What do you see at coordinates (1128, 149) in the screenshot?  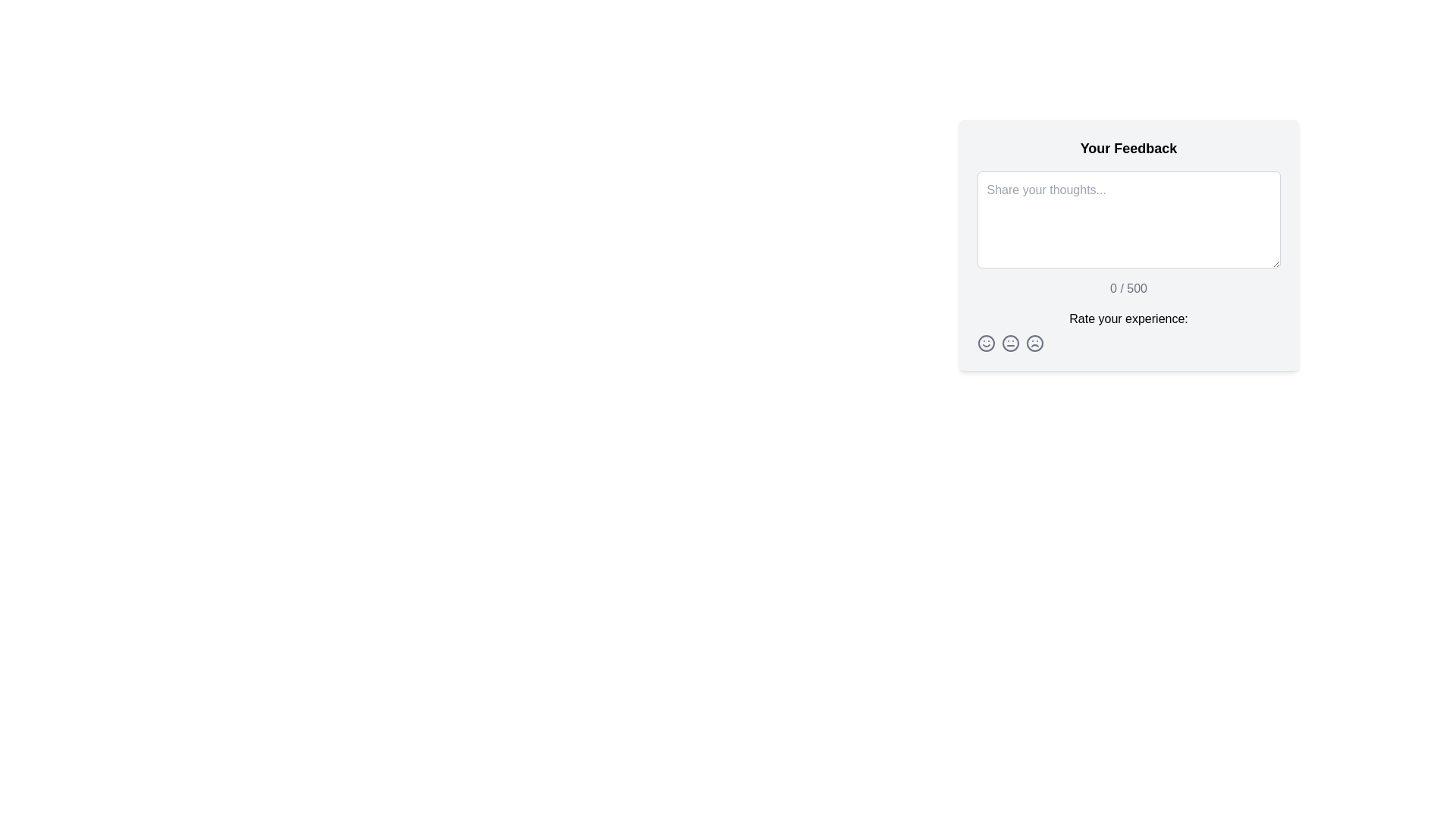 I see `title of the feedback section, which is the header or title positioned above the multiline text input box` at bounding box center [1128, 149].